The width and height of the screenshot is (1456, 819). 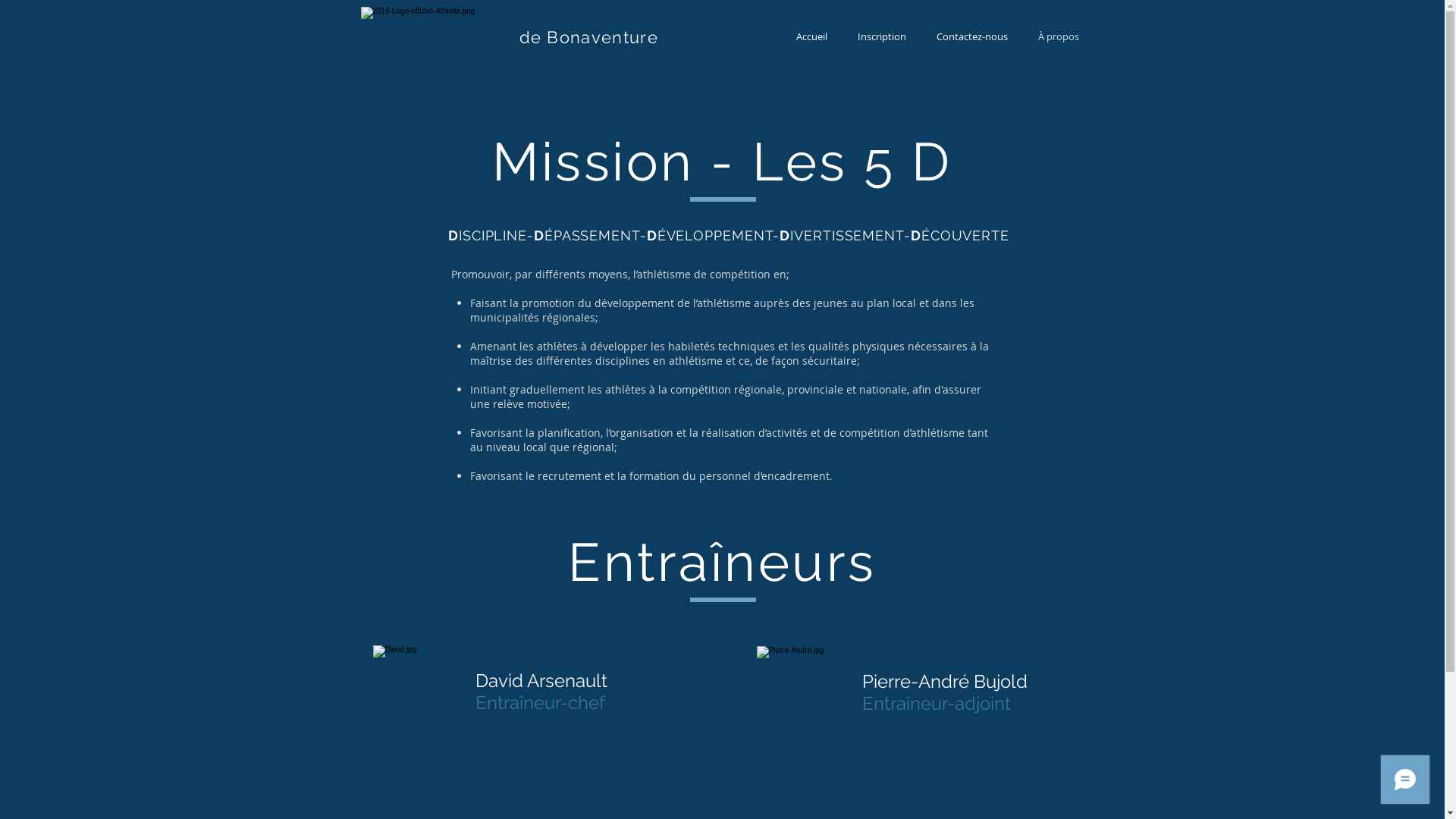 What do you see at coordinates (587, 36) in the screenshot?
I see `'de Bonaventure'` at bounding box center [587, 36].